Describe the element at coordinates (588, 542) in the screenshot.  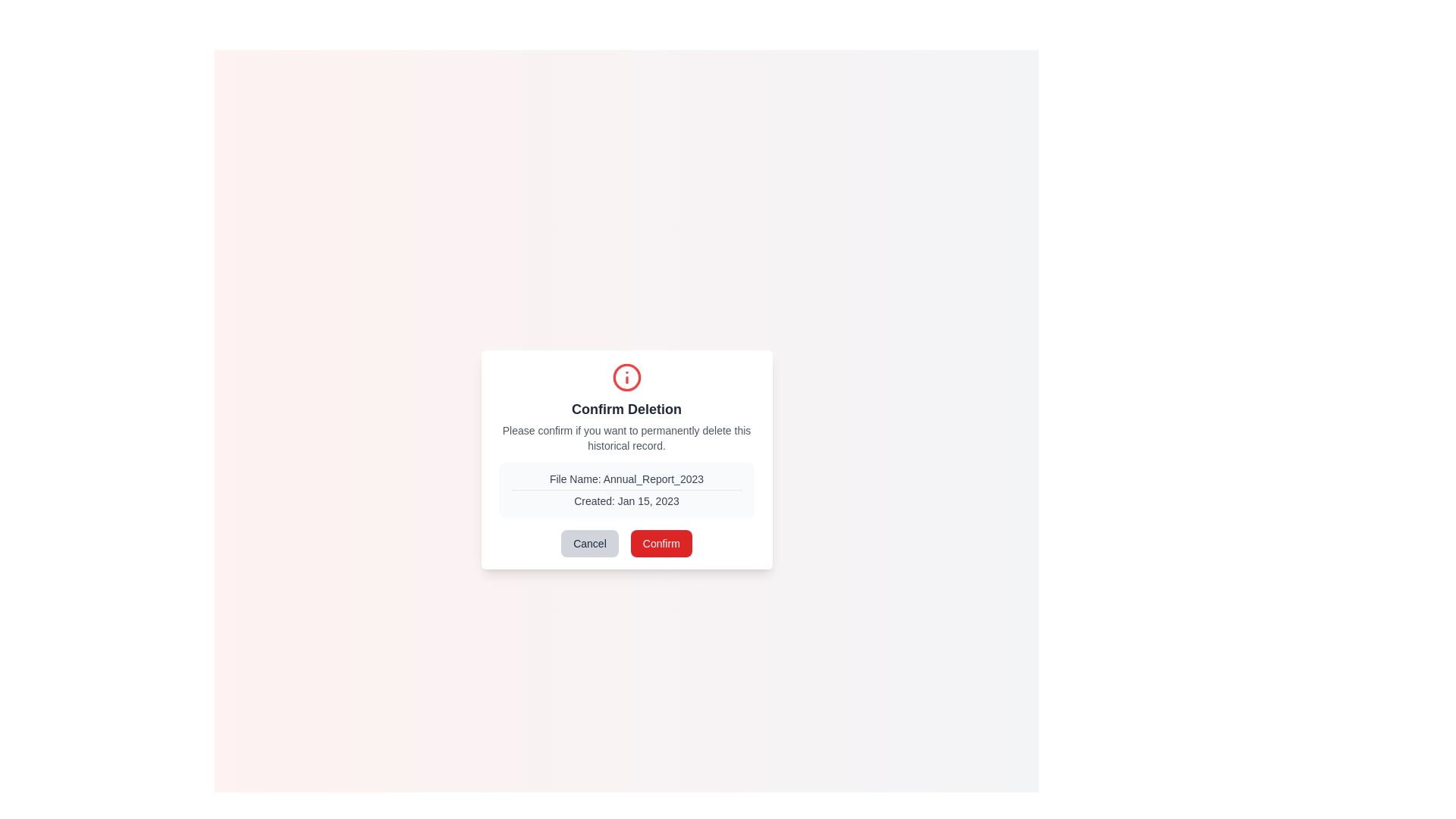
I see `the cancel button located in the bottom-center region of the modal dialog box, to the left of the 'Confirm' button` at that location.